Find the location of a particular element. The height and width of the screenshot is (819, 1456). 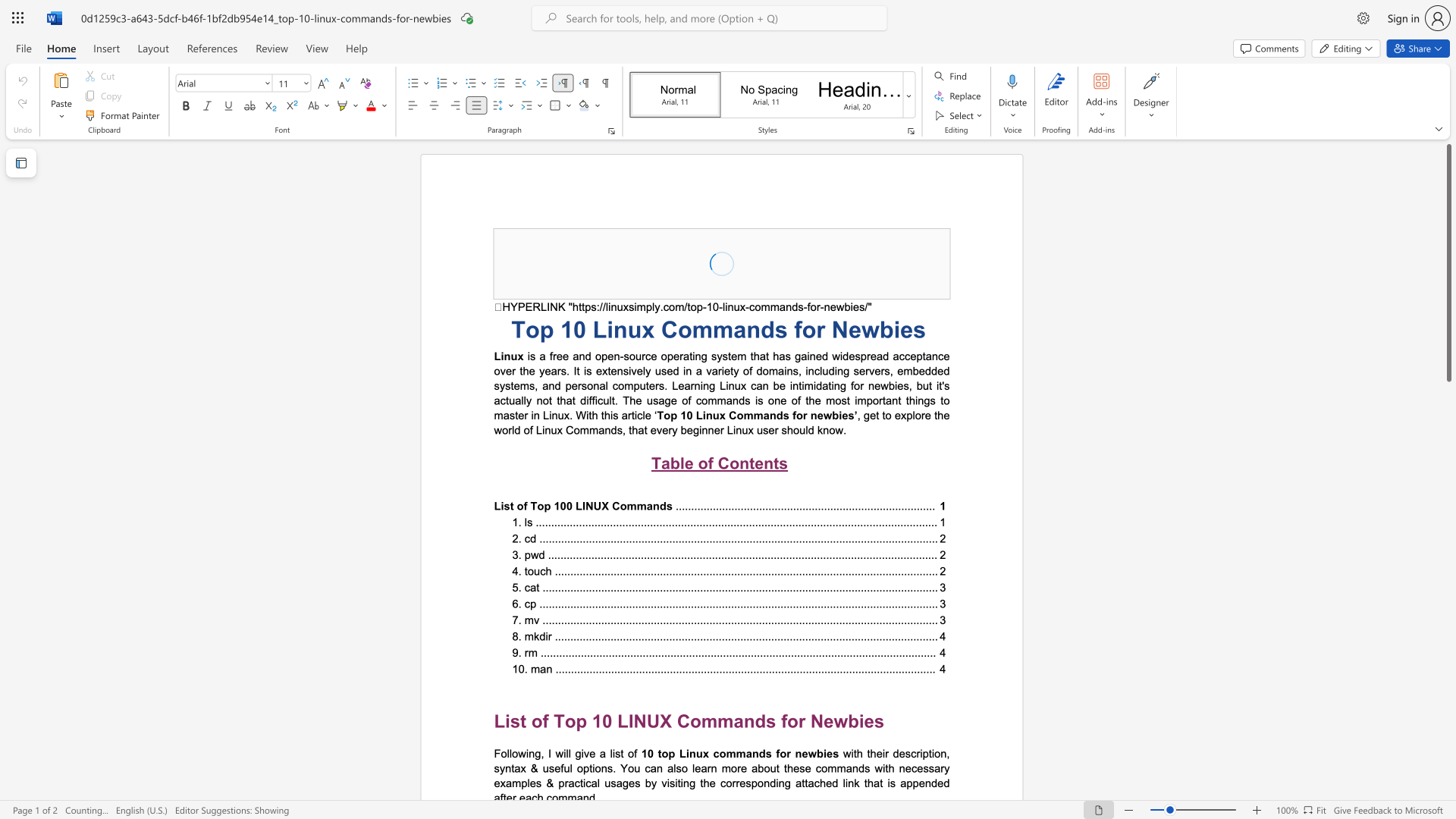

the scrollbar to slide the page down is located at coordinates (1448, 659).